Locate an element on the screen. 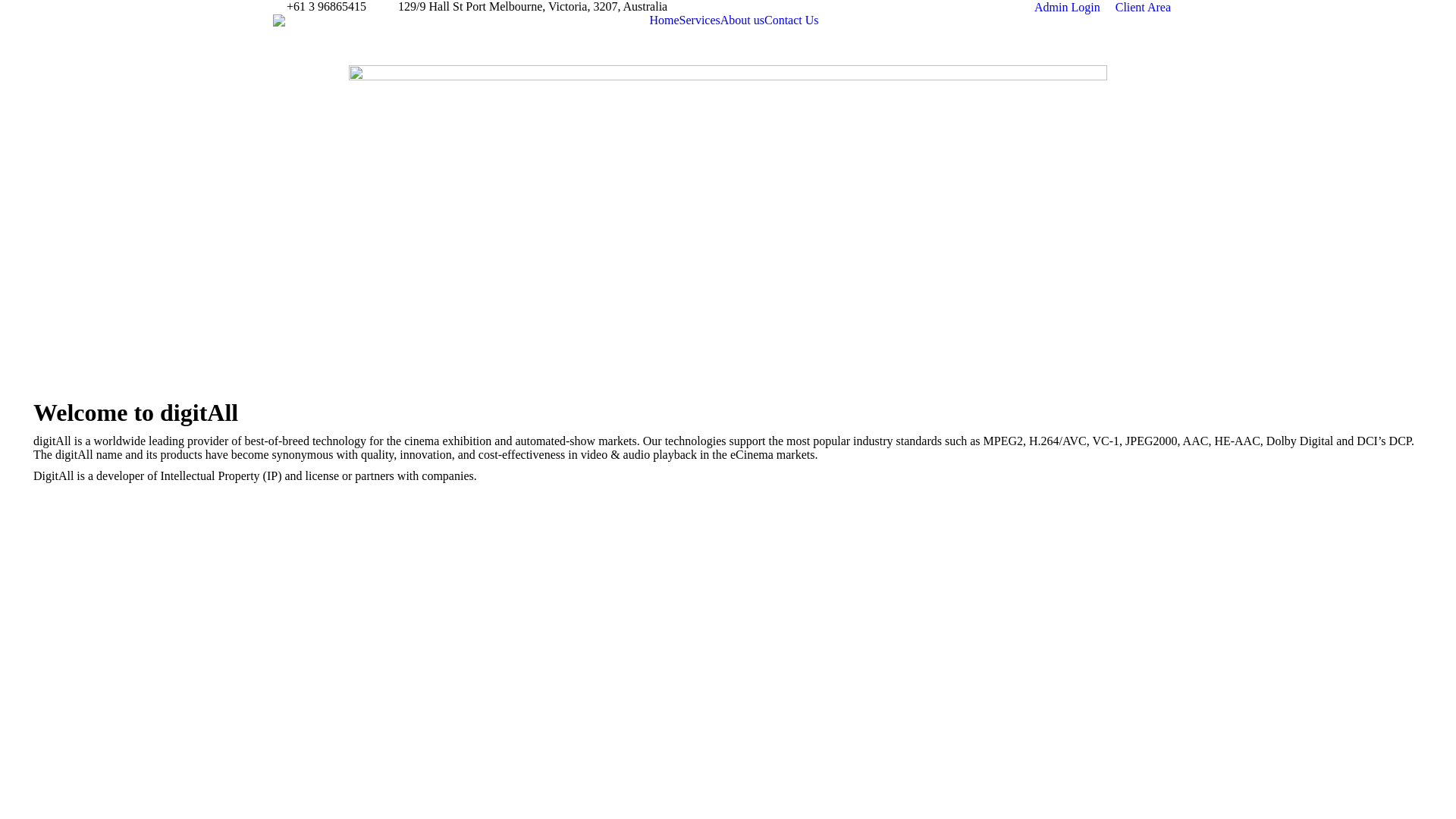 The height and width of the screenshot is (819, 1456). 'About us' is located at coordinates (742, 20).